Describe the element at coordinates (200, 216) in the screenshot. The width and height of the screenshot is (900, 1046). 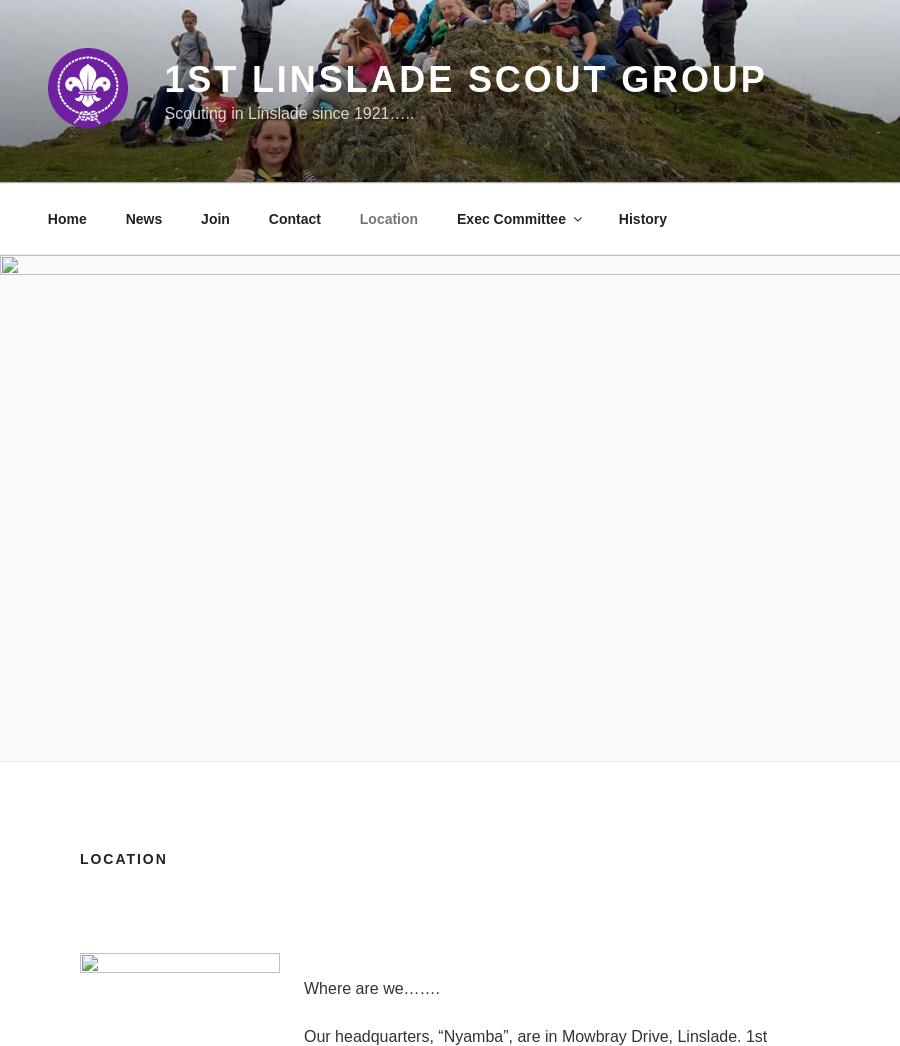
I see `'Join'` at that location.